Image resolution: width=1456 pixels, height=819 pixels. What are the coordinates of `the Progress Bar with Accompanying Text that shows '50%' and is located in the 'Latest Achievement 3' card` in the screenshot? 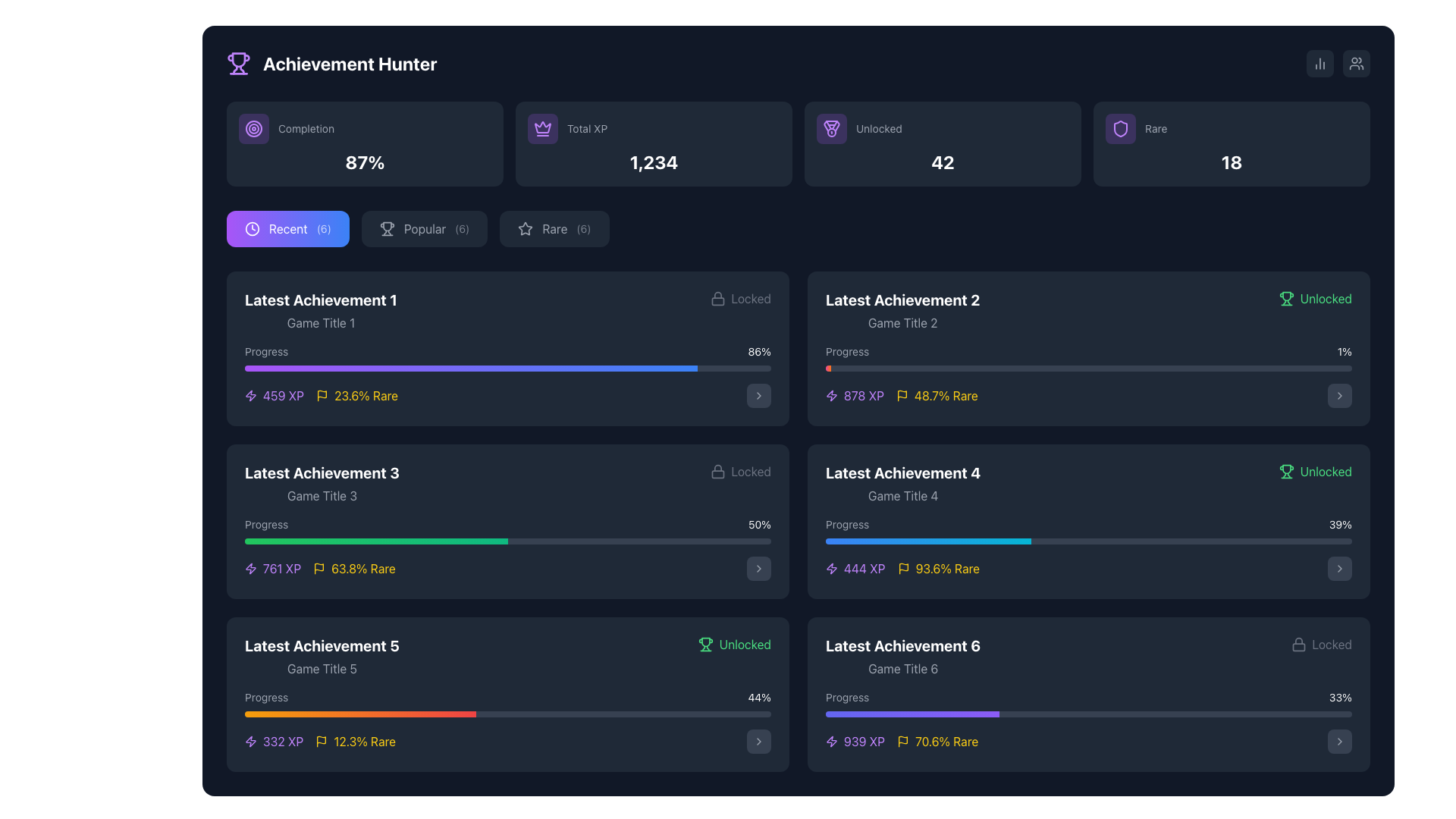 It's located at (508, 549).